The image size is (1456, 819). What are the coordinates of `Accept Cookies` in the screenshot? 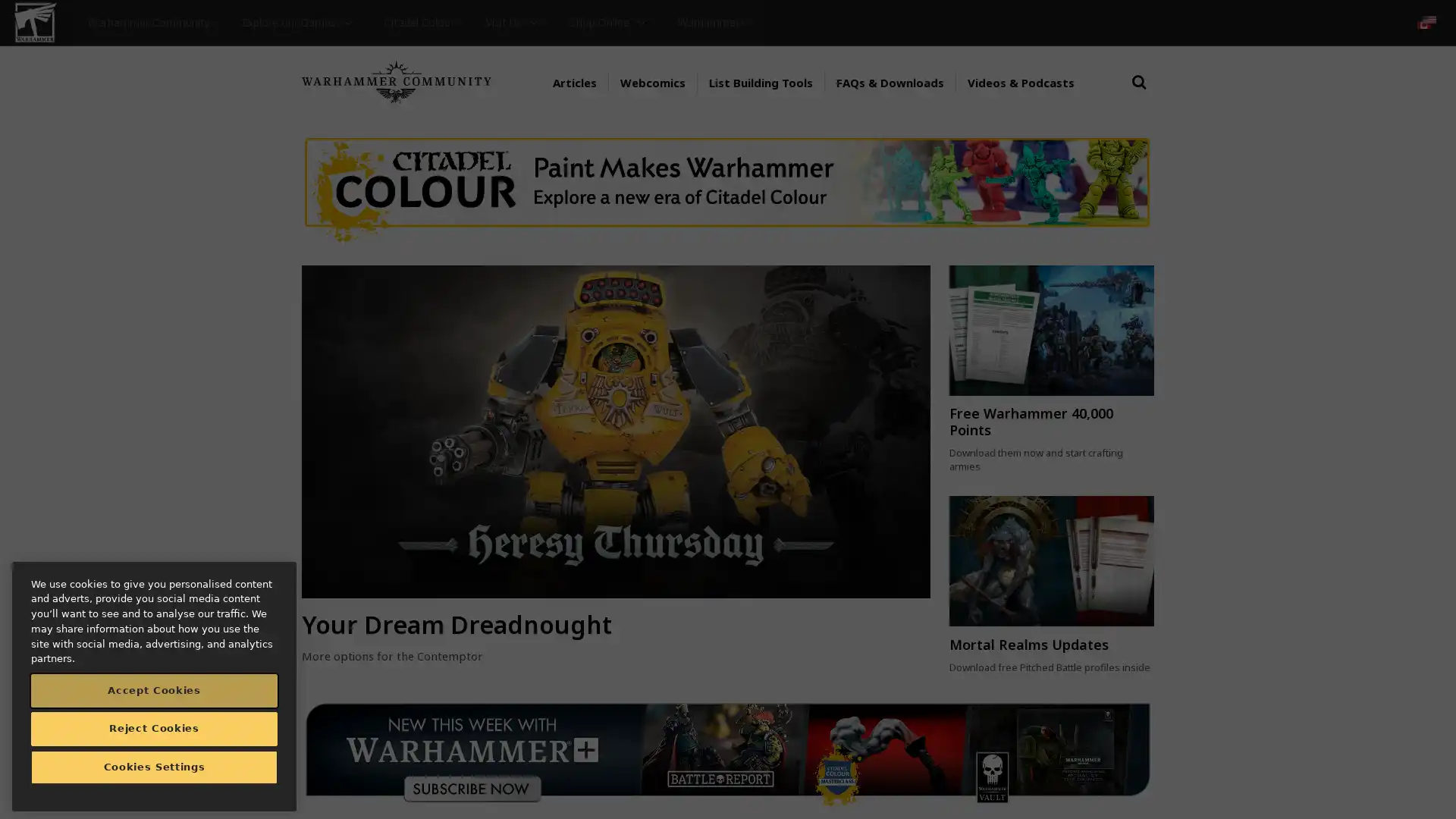 It's located at (154, 690).